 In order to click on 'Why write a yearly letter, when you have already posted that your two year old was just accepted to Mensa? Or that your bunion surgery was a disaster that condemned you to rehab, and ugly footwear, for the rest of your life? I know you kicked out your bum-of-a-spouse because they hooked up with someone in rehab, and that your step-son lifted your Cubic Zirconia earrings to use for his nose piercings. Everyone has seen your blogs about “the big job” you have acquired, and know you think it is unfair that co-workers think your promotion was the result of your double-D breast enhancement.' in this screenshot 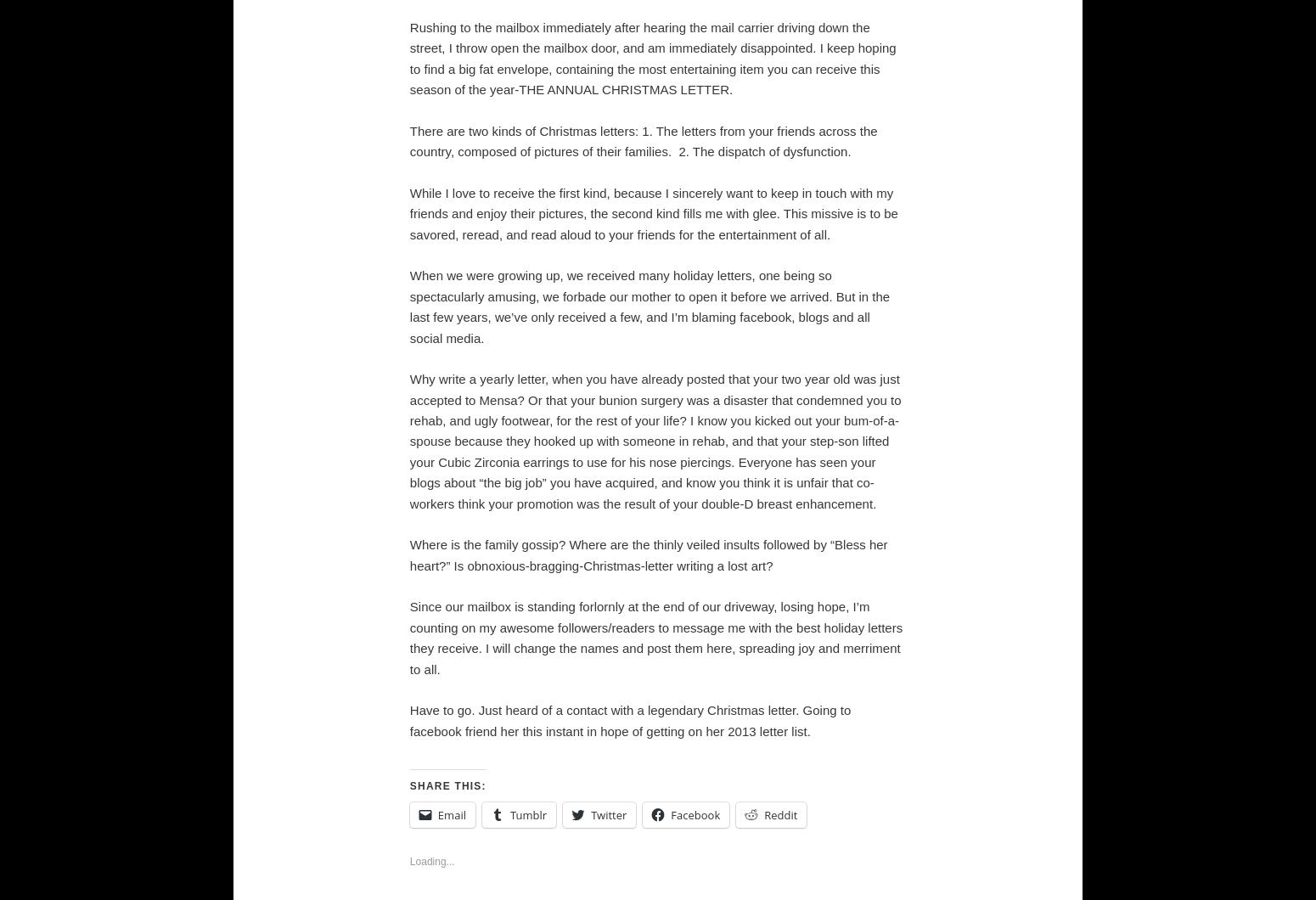, I will do `click(655, 440)`.